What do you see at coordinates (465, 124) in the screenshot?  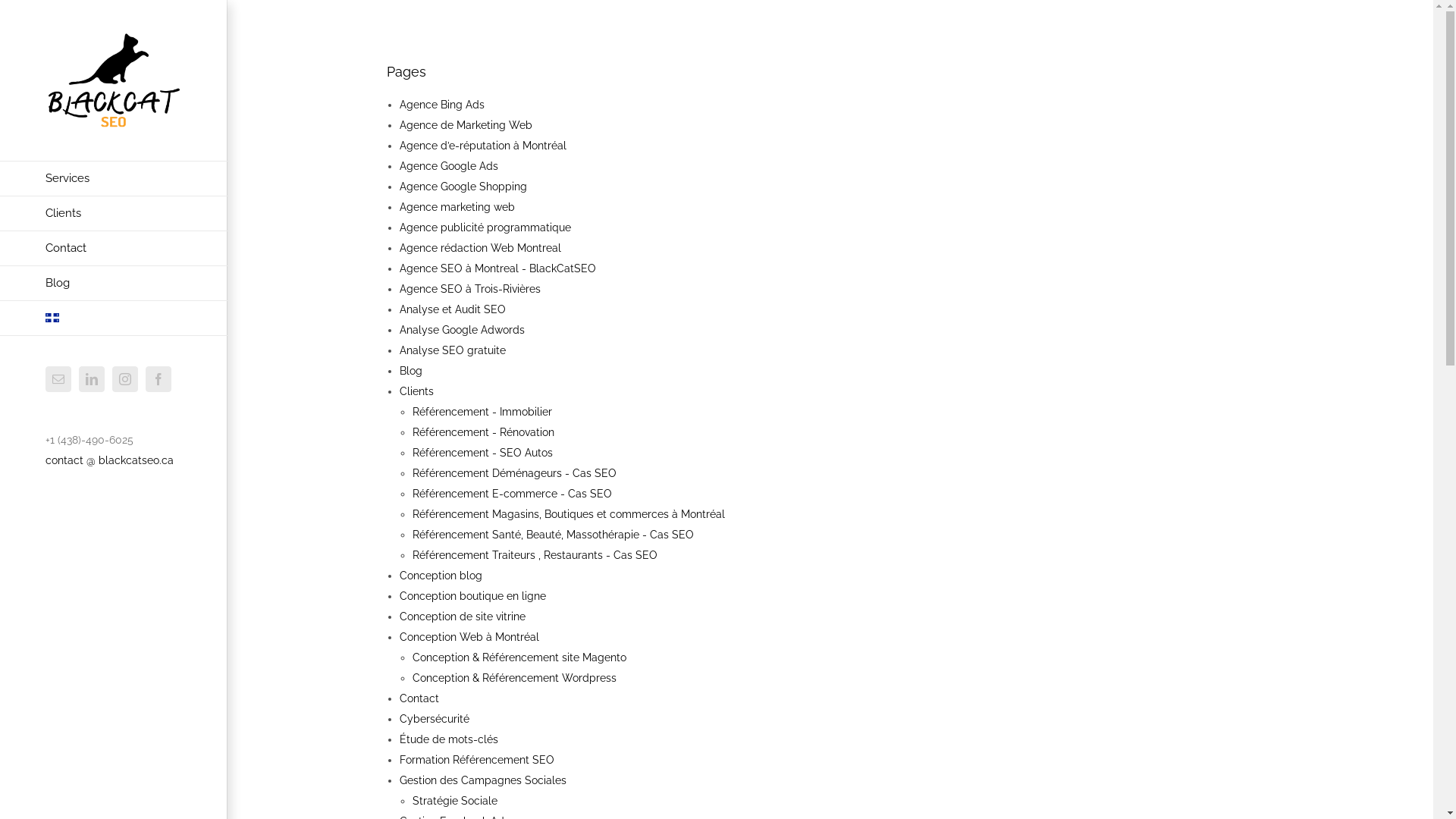 I see `'Agence de Marketing Web'` at bounding box center [465, 124].